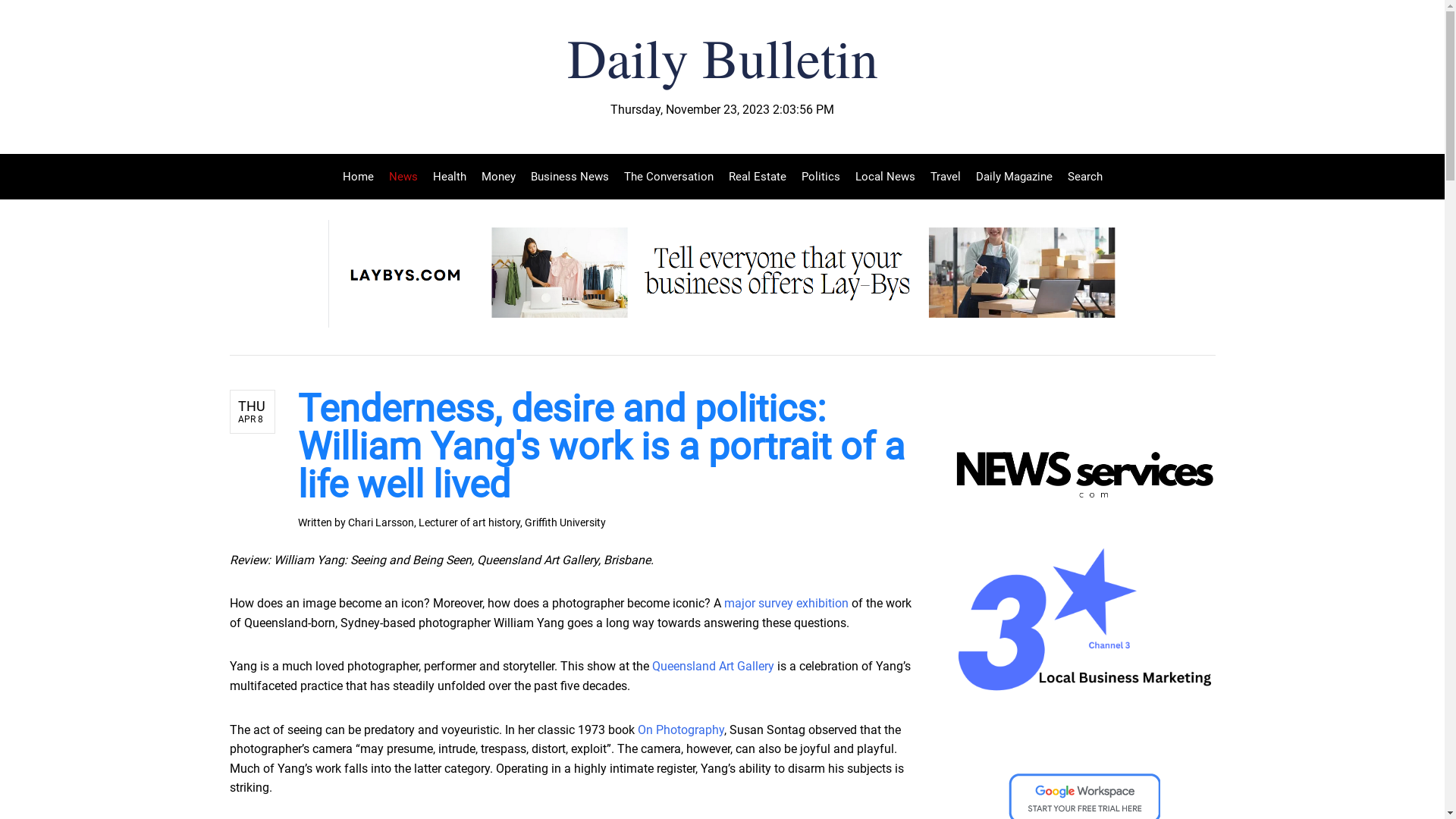 The height and width of the screenshot is (819, 1456). What do you see at coordinates (944, 175) in the screenshot?
I see `'Travel'` at bounding box center [944, 175].